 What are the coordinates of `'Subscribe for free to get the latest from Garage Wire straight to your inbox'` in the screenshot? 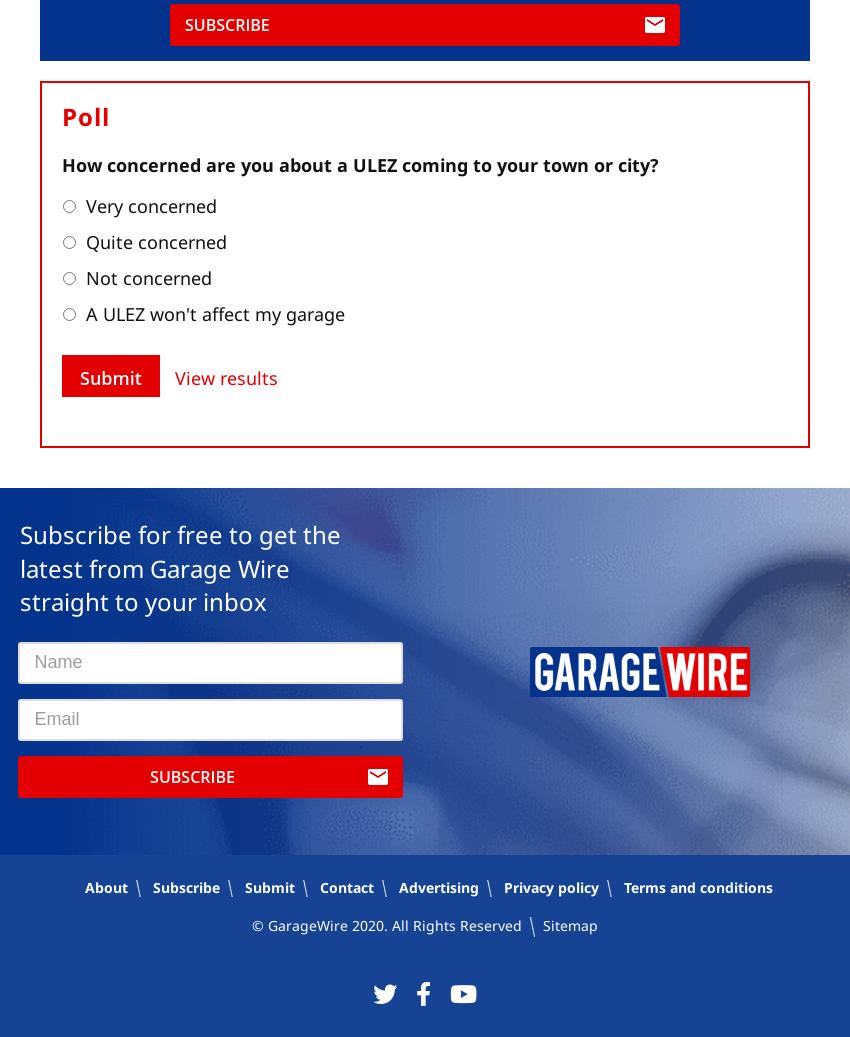 It's located at (18, 567).